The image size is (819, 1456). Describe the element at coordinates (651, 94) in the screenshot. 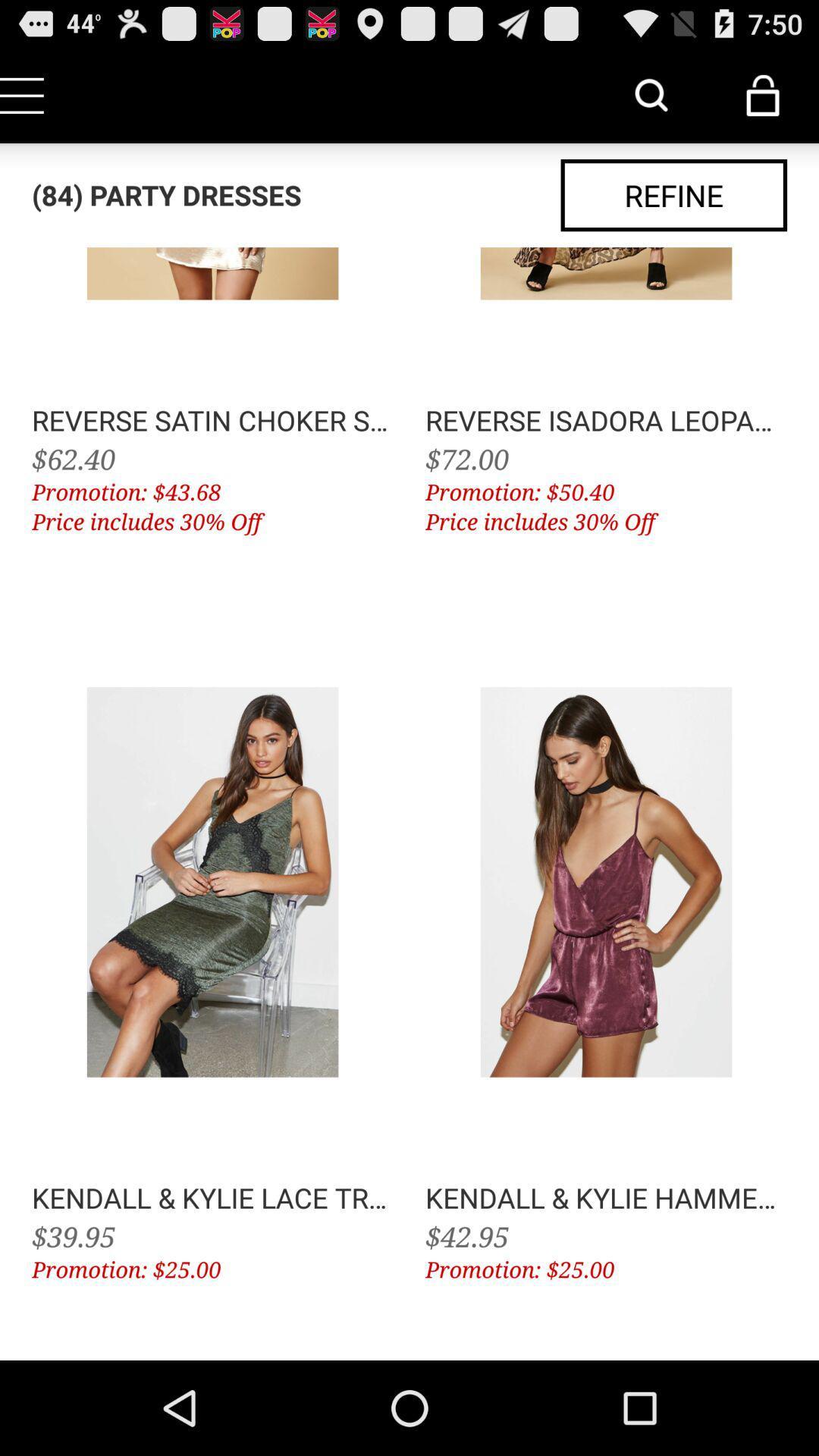

I see `the icon above the refine` at that location.